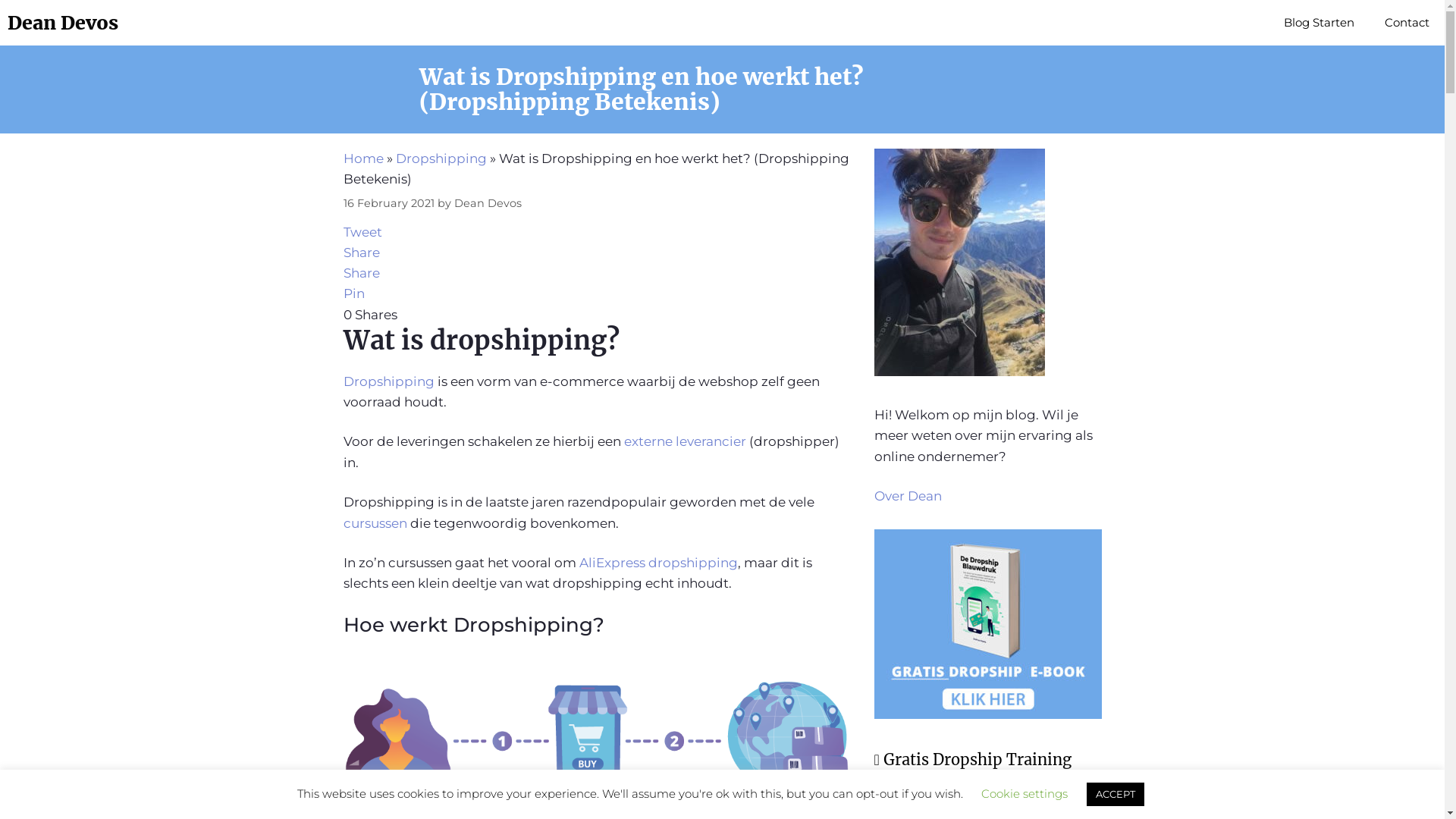  I want to click on 'cursussen', so click(375, 522).